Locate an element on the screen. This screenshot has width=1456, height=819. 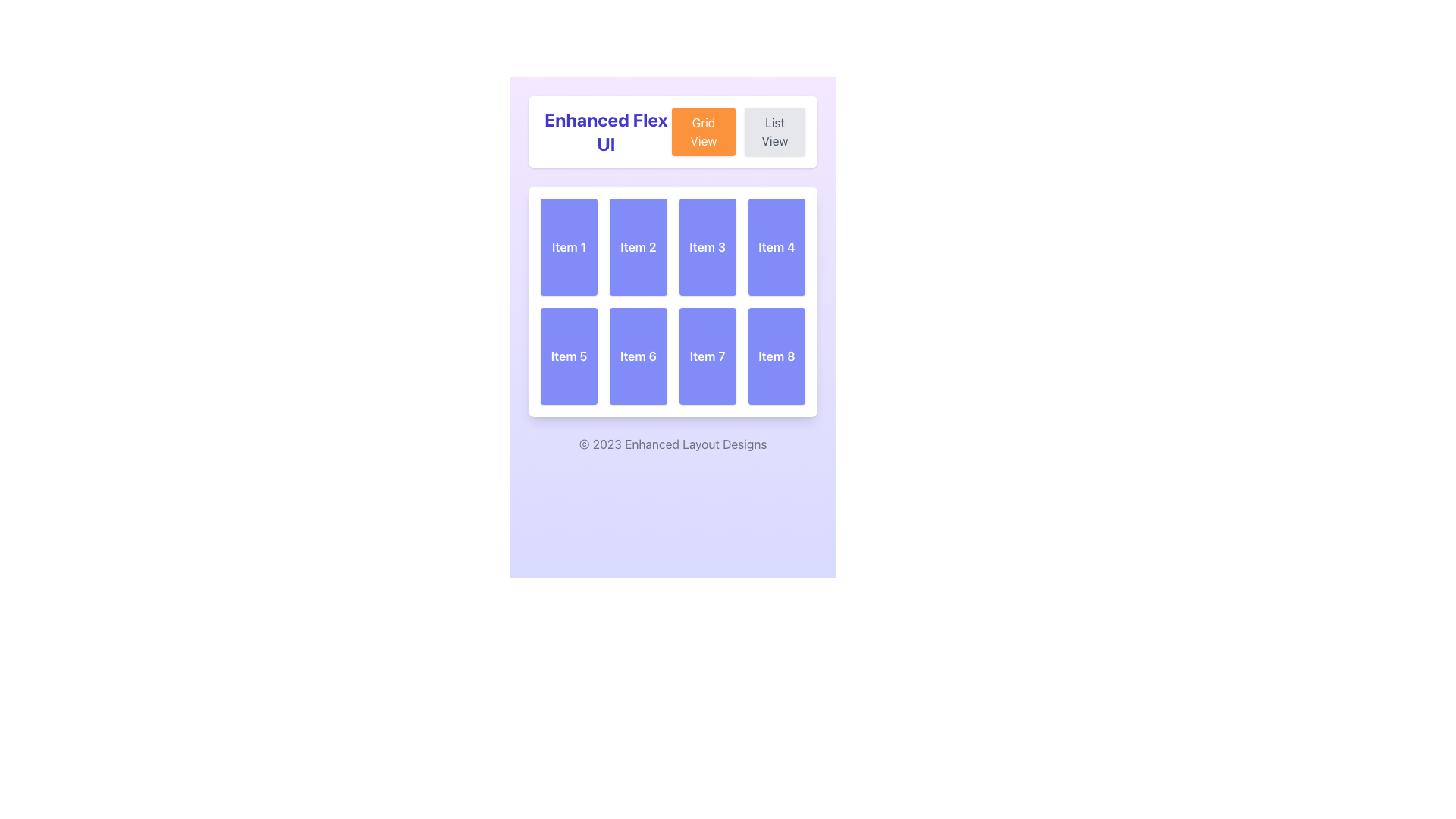
the eighth grid item in the second row and fourth column is located at coordinates (777, 356).